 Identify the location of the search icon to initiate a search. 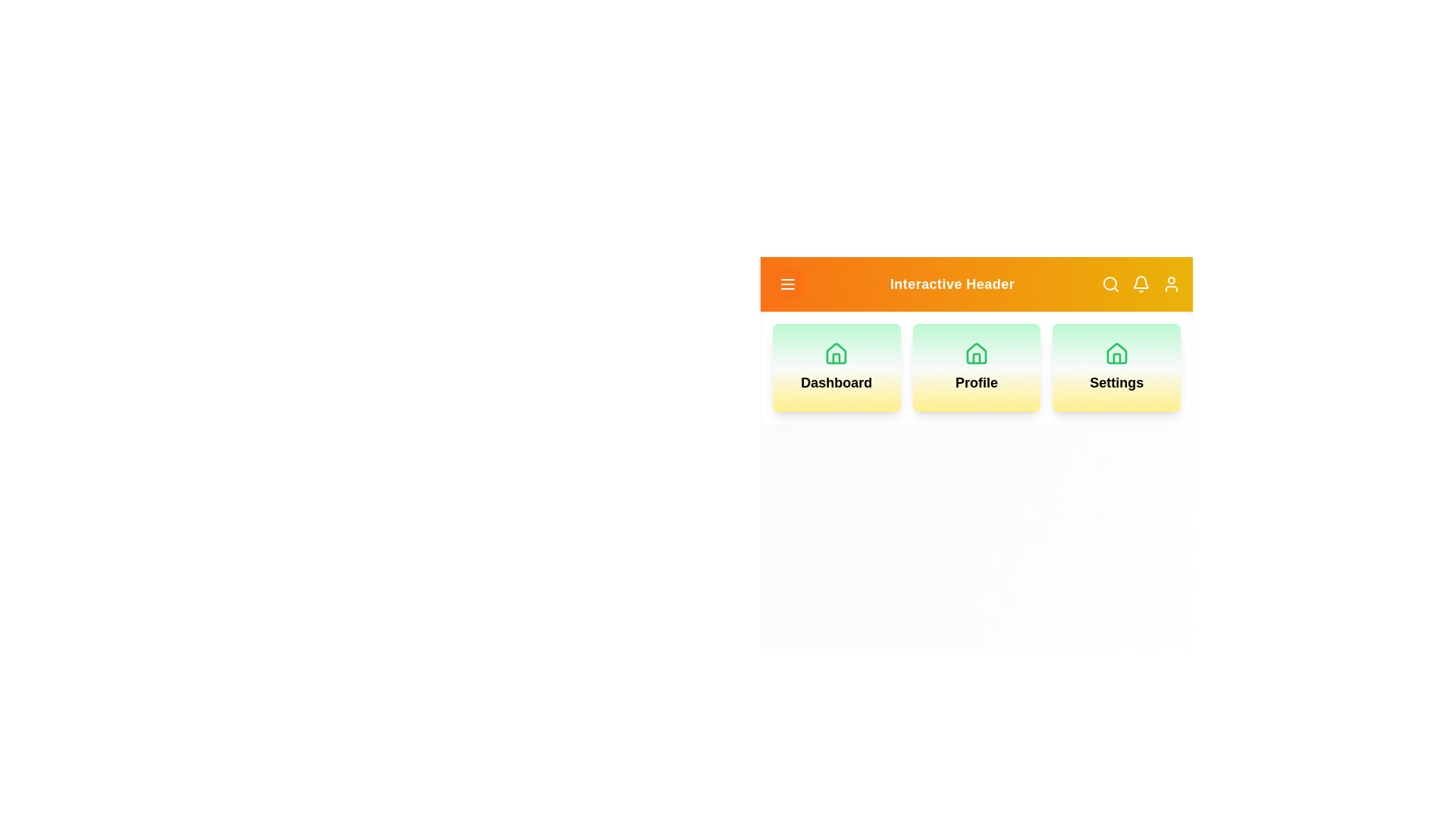
(1110, 284).